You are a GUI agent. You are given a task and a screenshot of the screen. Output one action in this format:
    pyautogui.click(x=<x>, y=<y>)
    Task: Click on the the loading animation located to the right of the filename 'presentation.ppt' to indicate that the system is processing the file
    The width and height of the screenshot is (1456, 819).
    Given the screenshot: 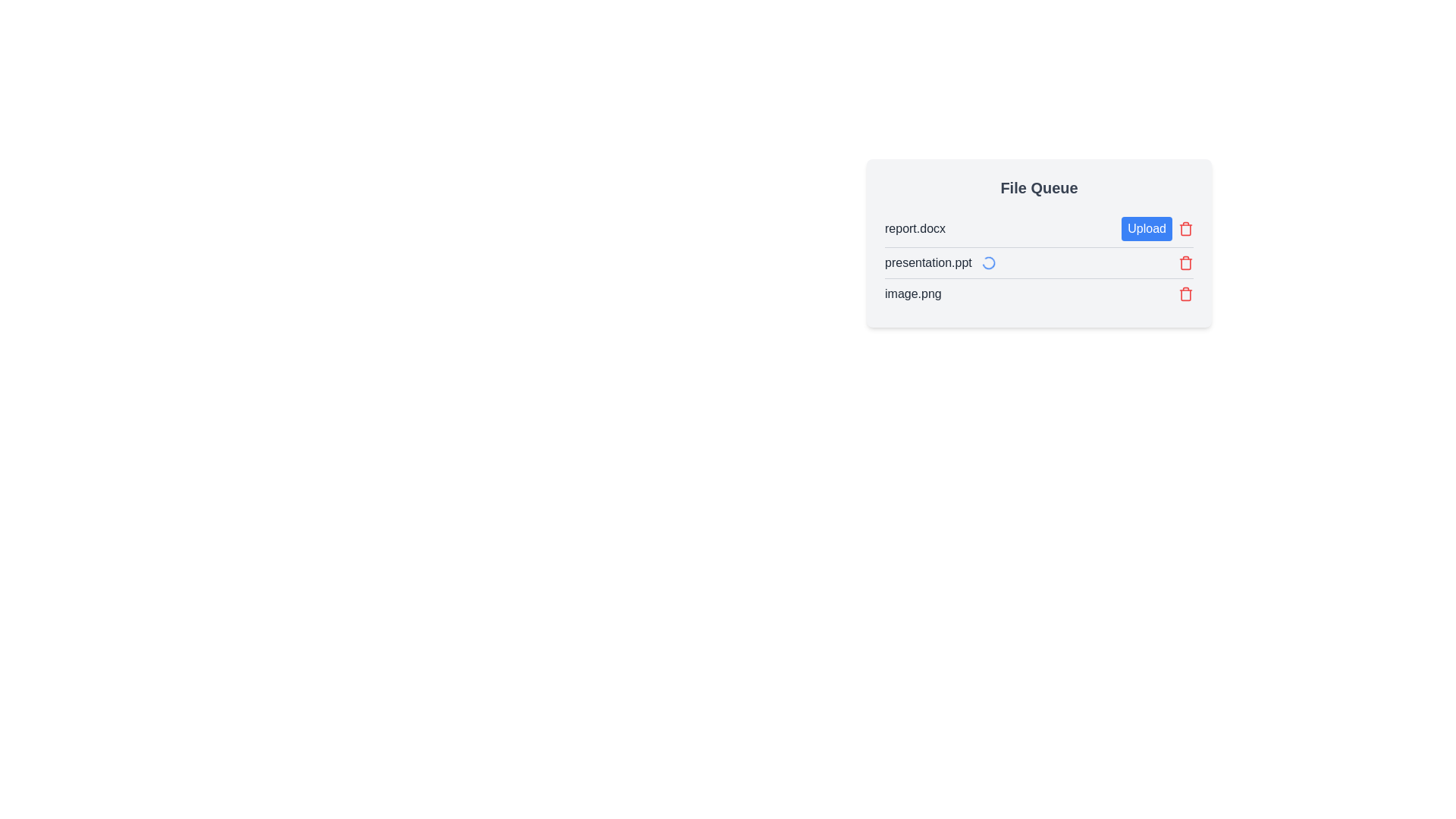 What is the action you would take?
    pyautogui.click(x=988, y=262)
    